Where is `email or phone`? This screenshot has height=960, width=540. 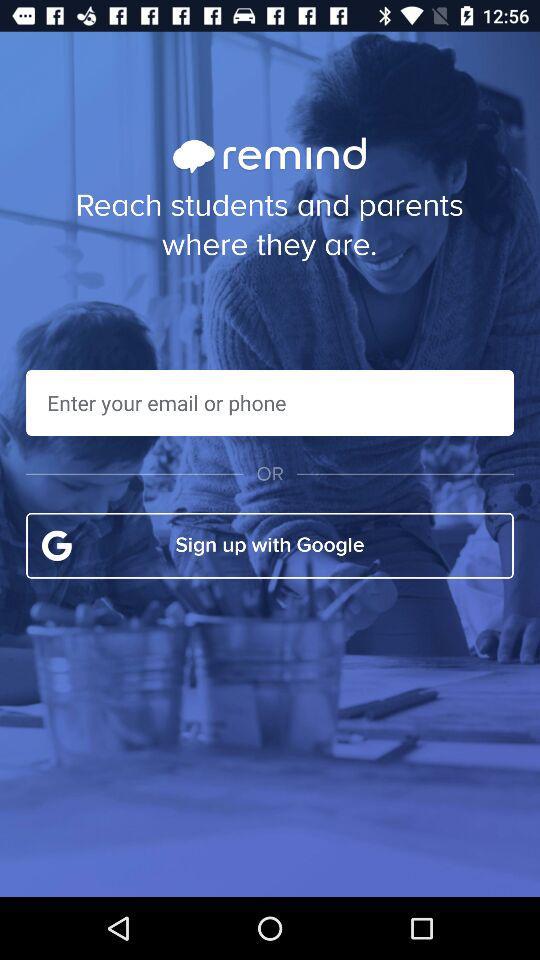 email or phone is located at coordinates (270, 401).